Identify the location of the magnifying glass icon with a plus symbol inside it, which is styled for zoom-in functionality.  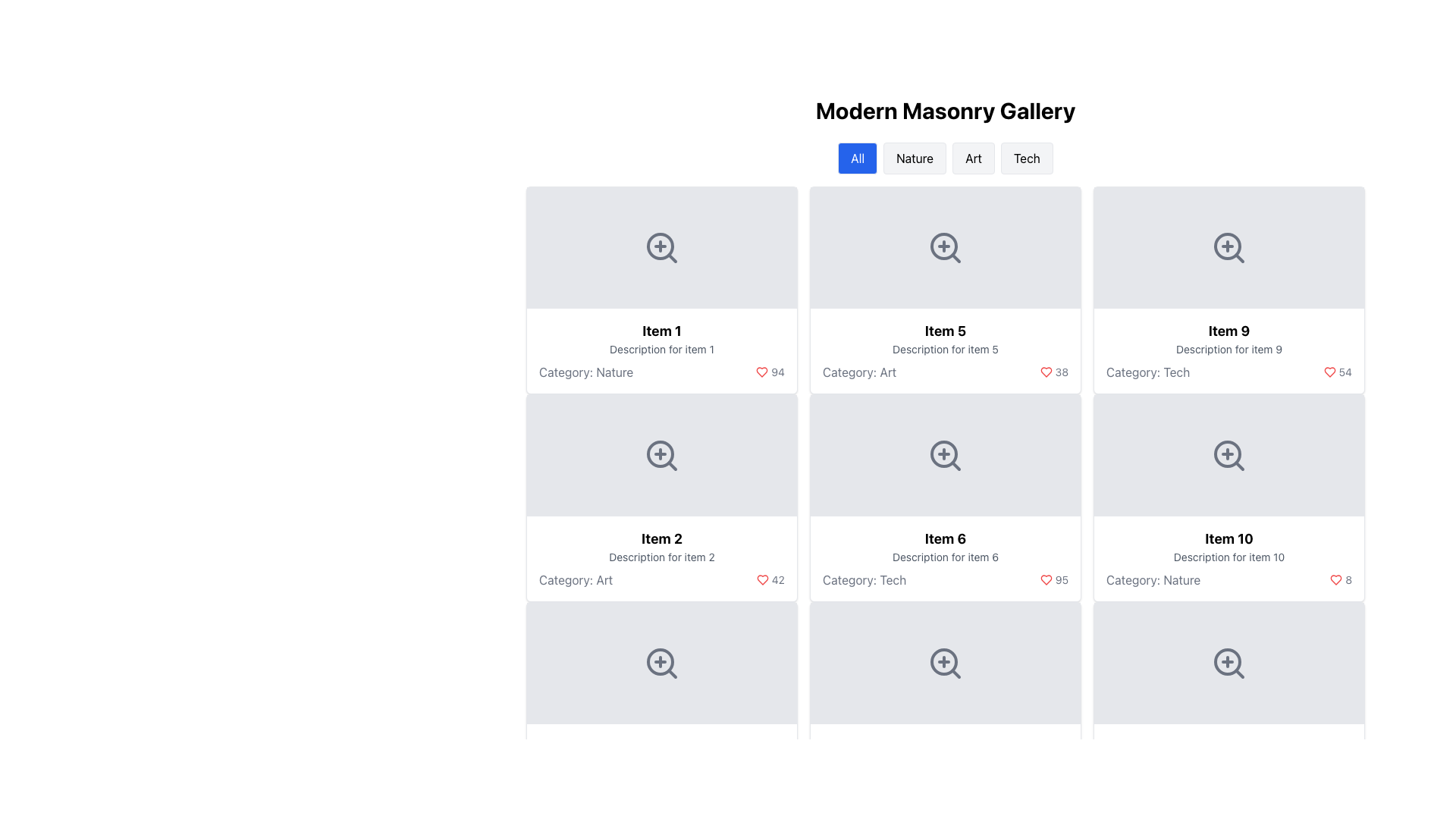
(945, 455).